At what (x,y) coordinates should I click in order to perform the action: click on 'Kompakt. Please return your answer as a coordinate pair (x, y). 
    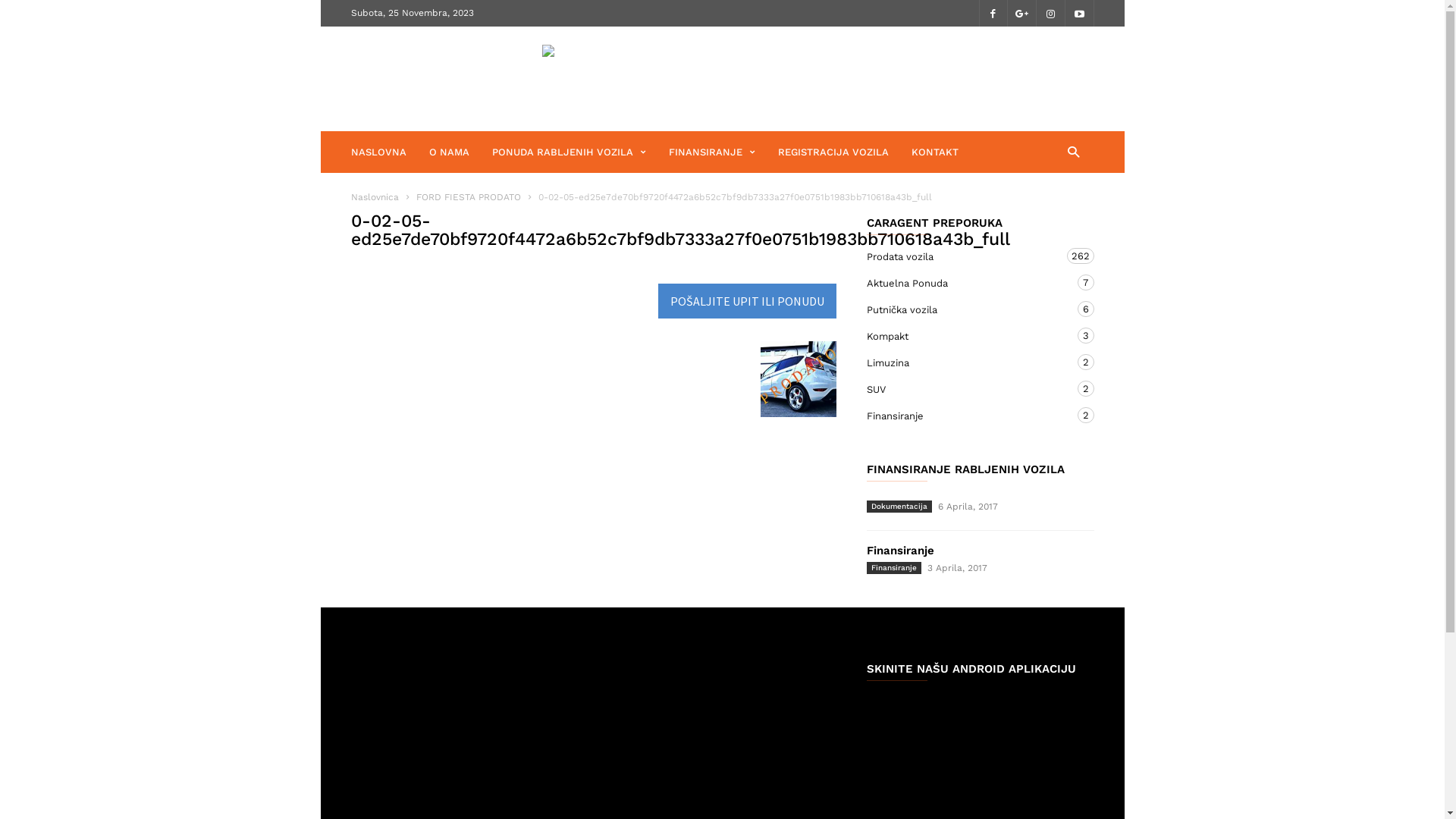
    Looking at the image, I should click on (964, 335).